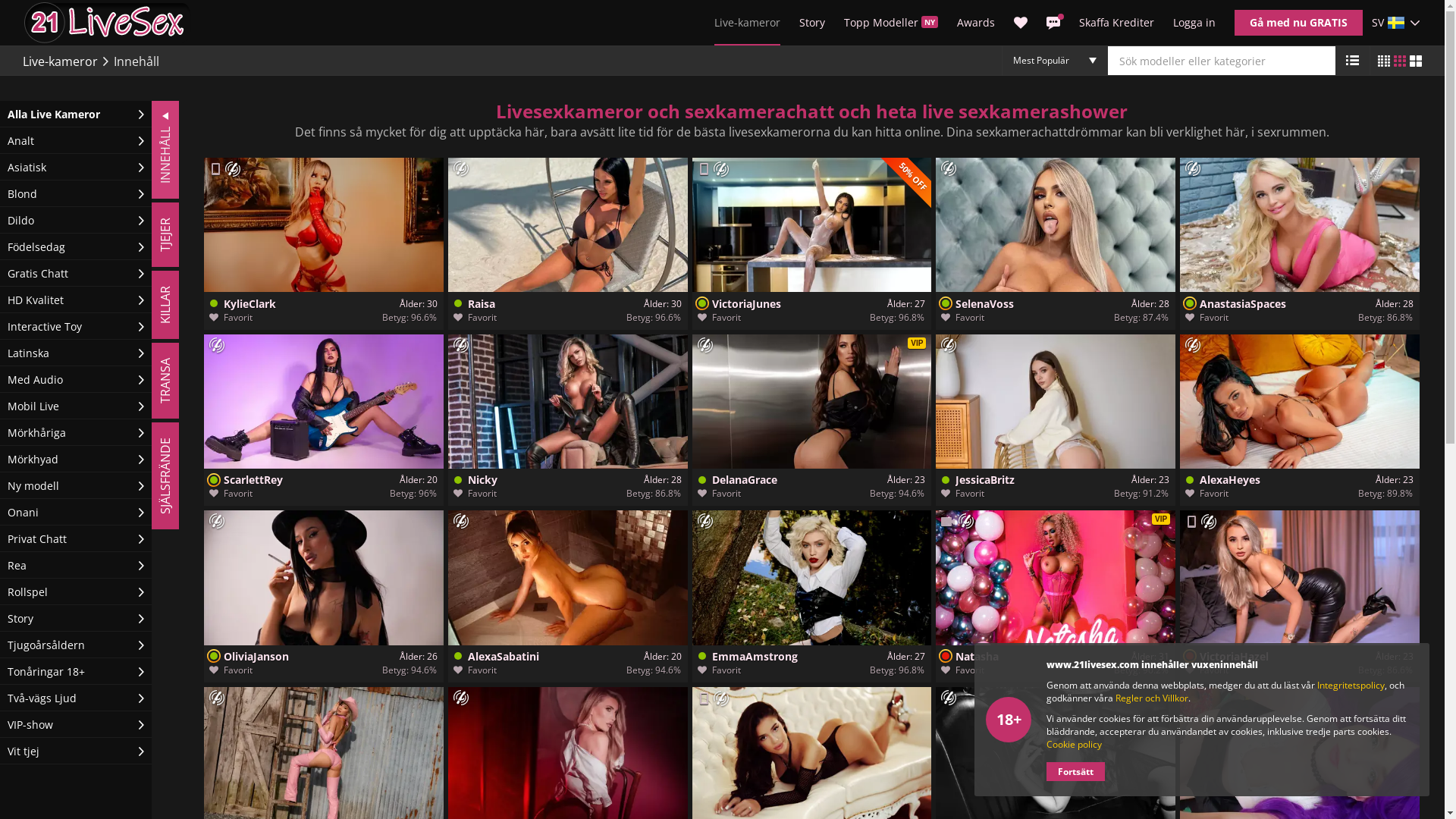  Describe the element at coordinates (0, 220) in the screenshot. I see `'Dildo'` at that location.